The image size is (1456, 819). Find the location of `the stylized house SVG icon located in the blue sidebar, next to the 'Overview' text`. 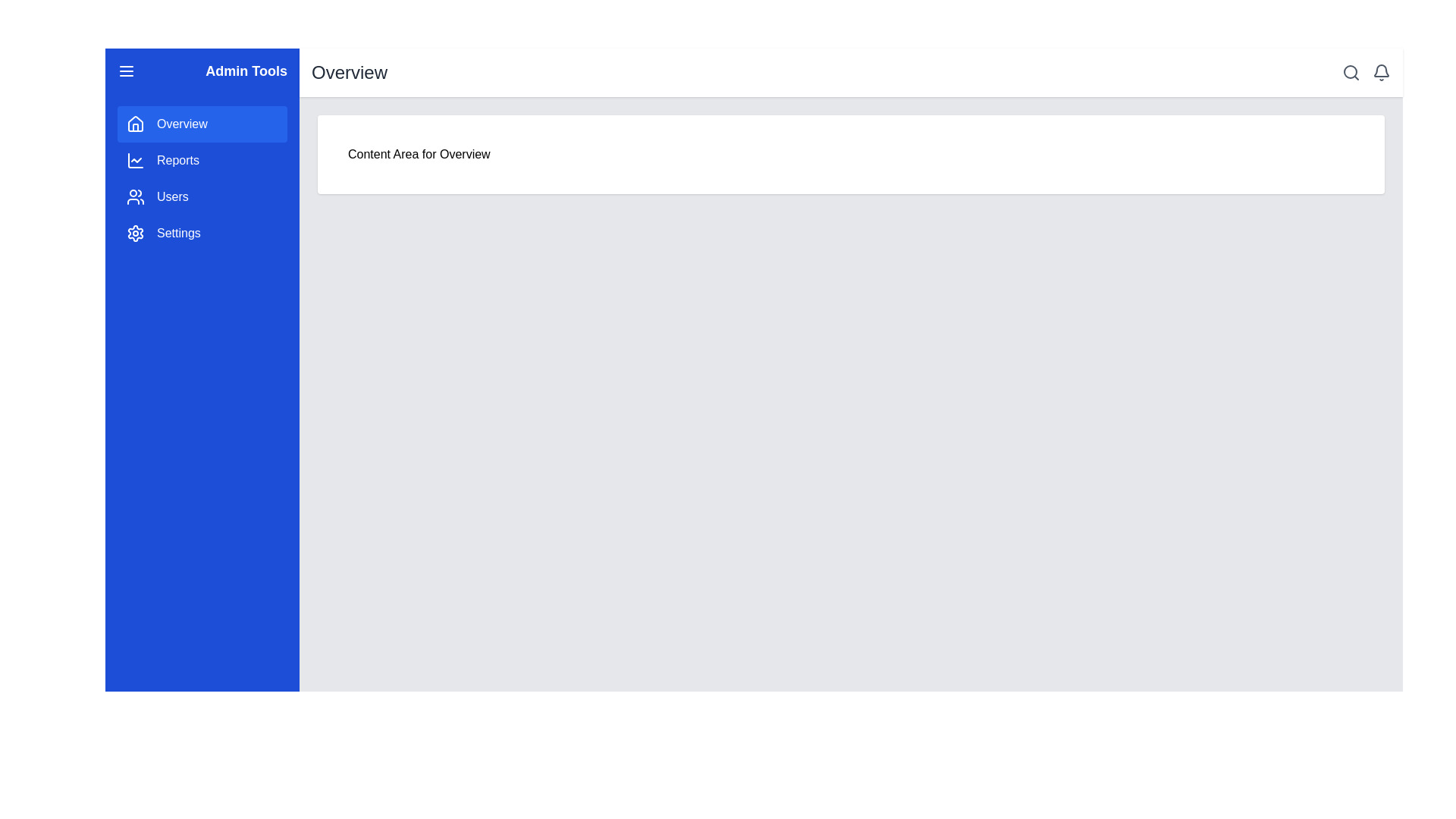

the stylized house SVG icon located in the blue sidebar, next to the 'Overview' text is located at coordinates (135, 124).